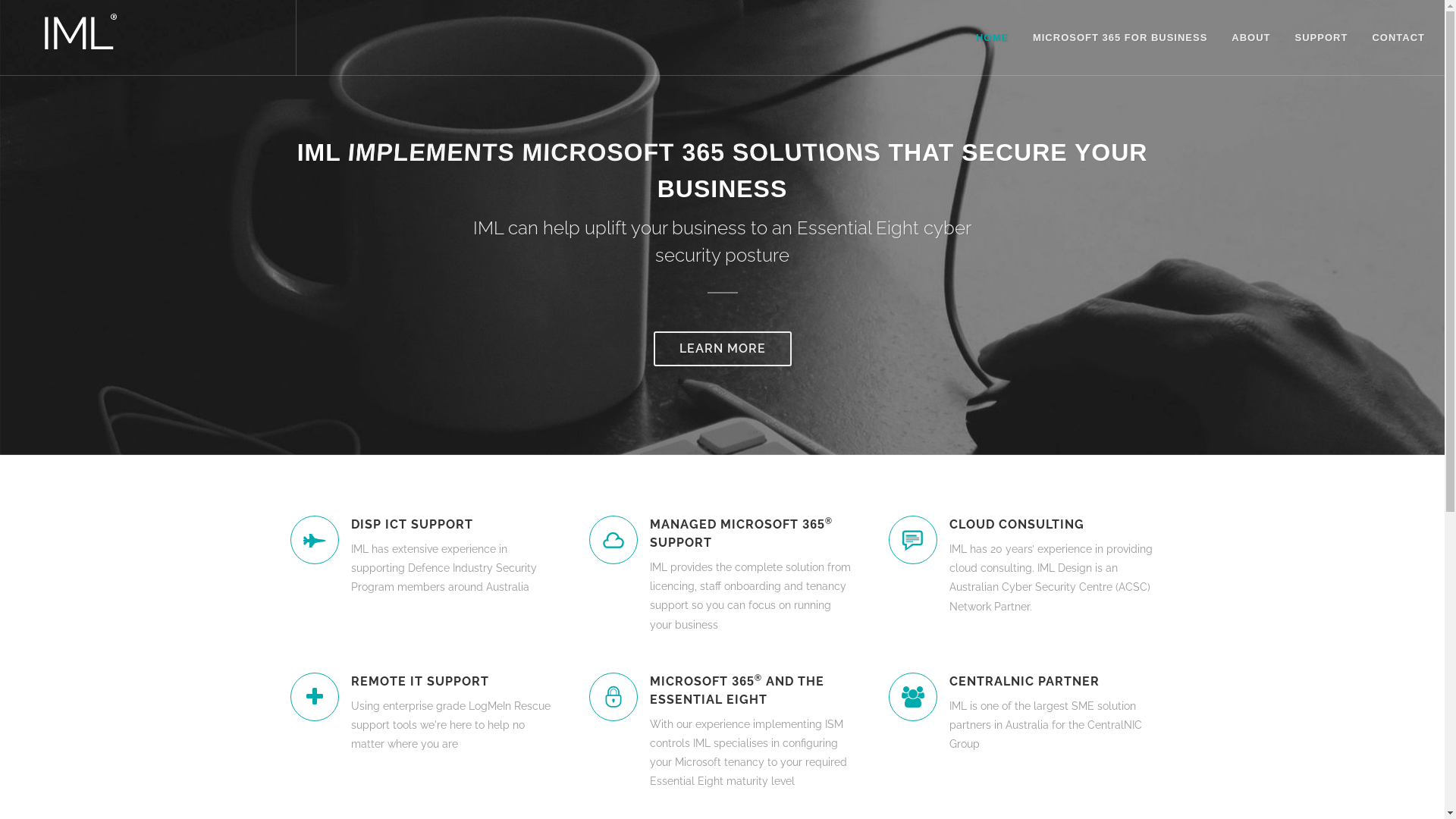  I want to click on 'SUPPORT', so click(1320, 37).